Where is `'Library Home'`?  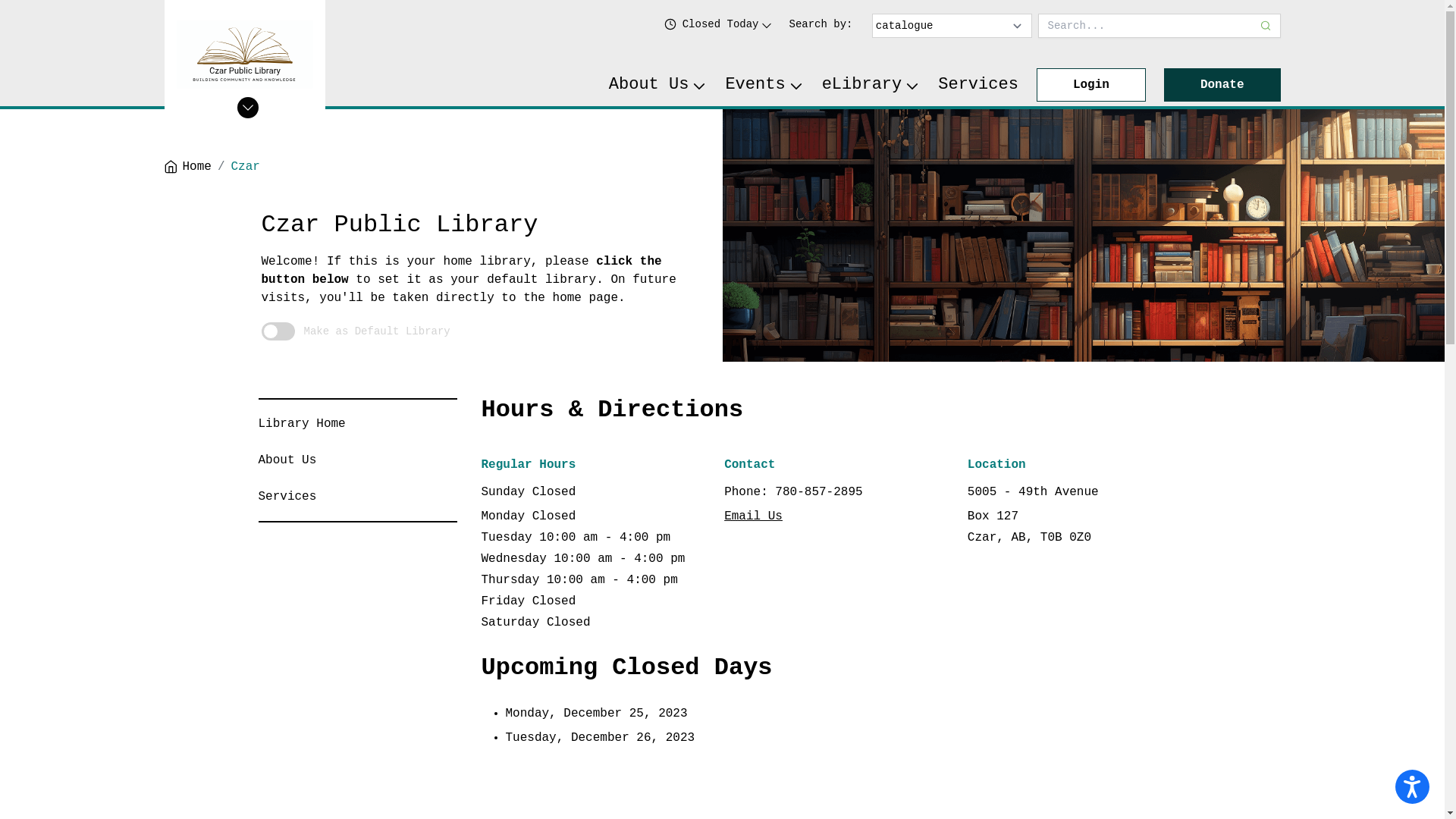 'Library Home' is located at coordinates (301, 424).